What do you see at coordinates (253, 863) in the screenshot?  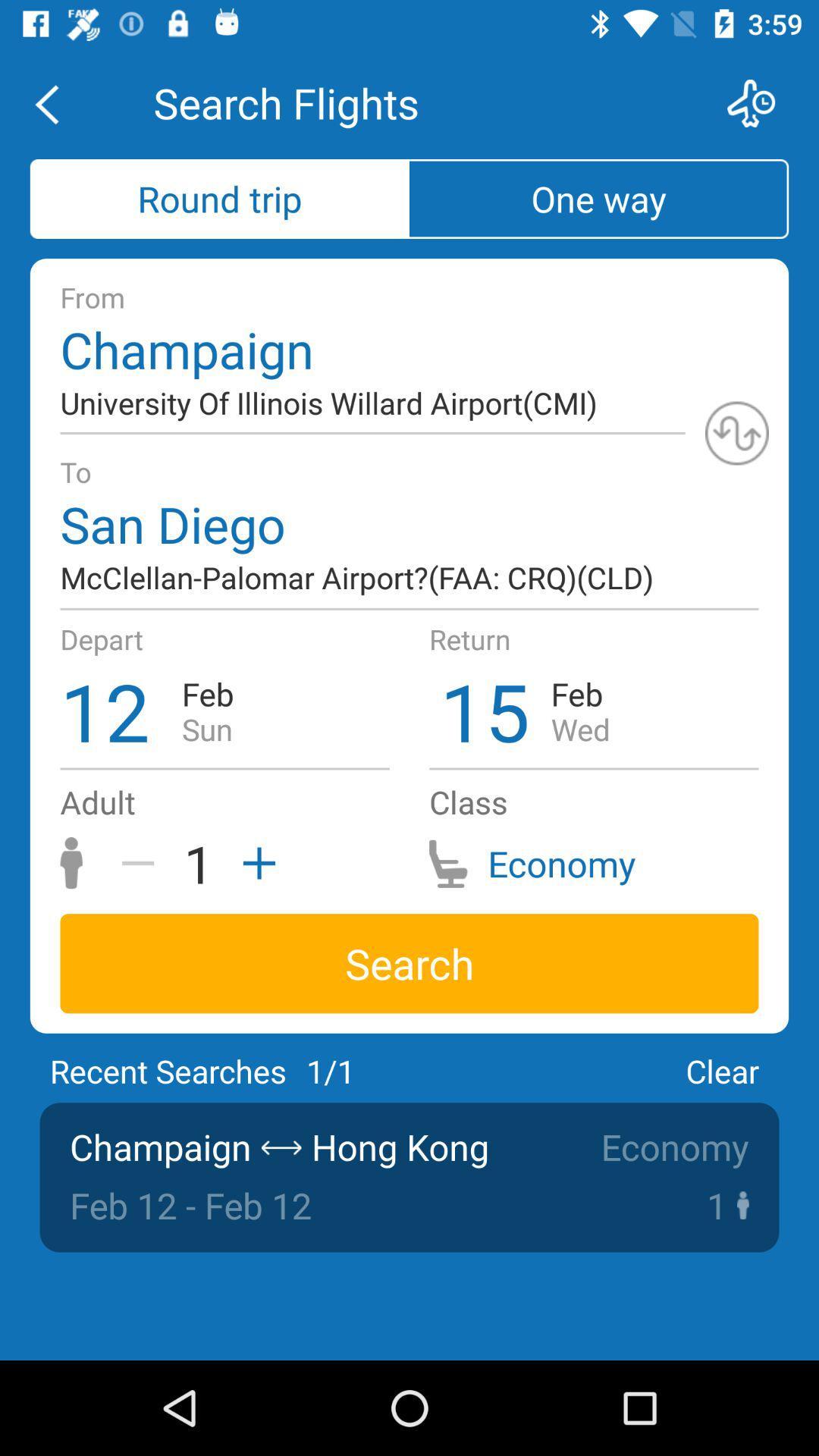 I see `passengers` at bounding box center [253, 863].